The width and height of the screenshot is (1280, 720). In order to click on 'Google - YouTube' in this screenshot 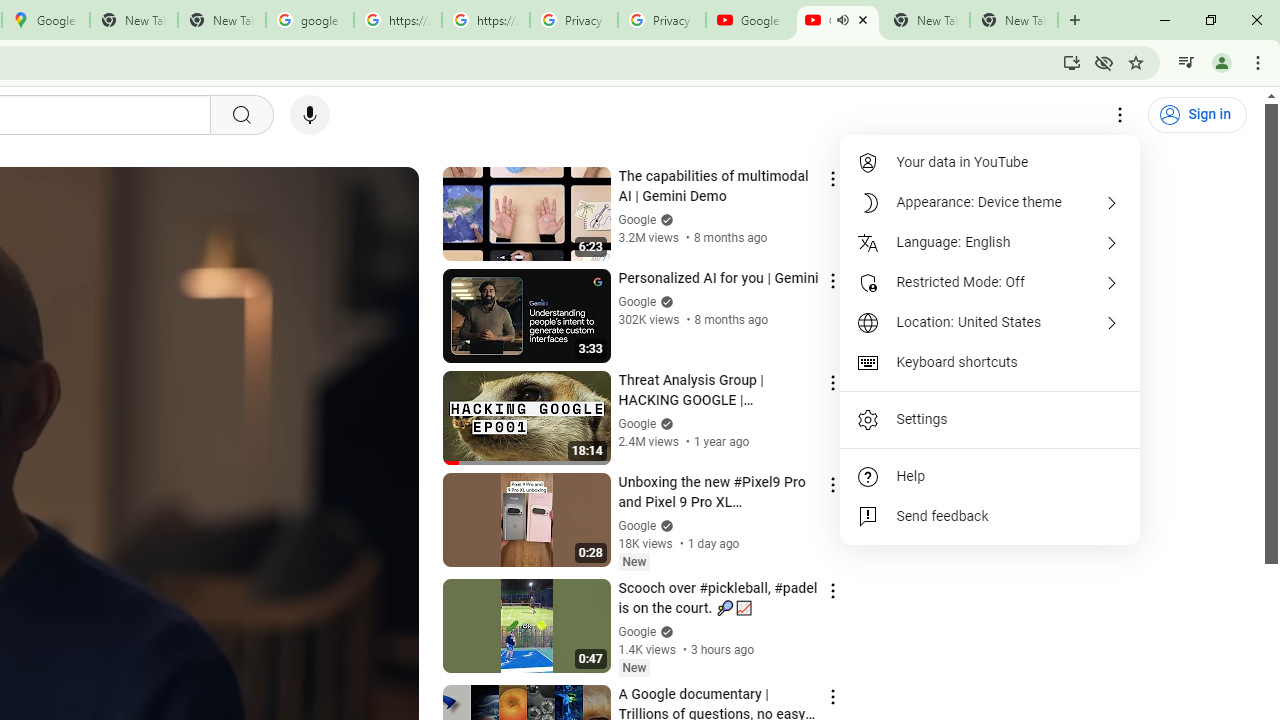, I will do `click(749, 20)`.